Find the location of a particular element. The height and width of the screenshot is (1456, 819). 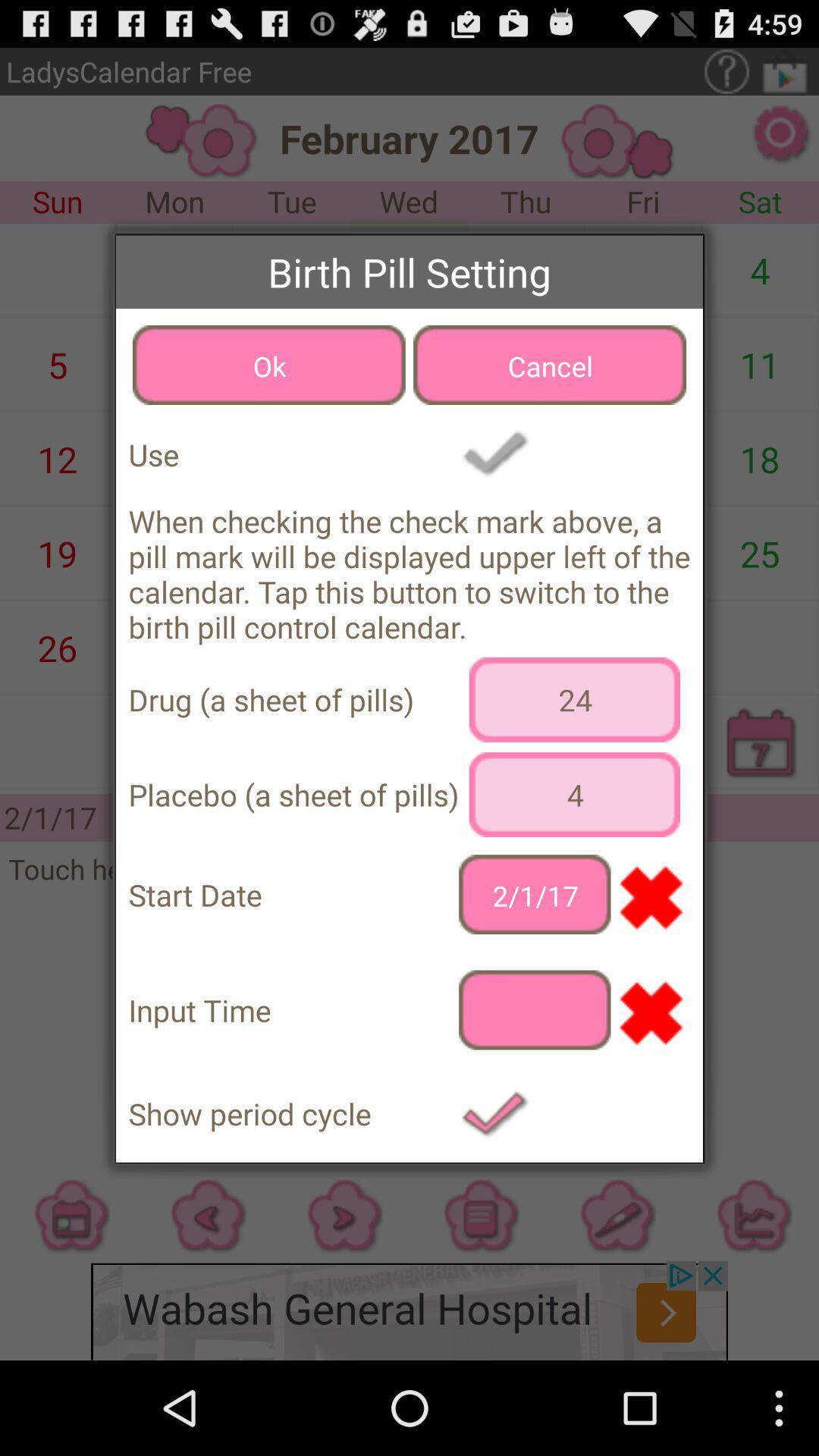

ok at the top left corner is located at coordinates (268, 365).